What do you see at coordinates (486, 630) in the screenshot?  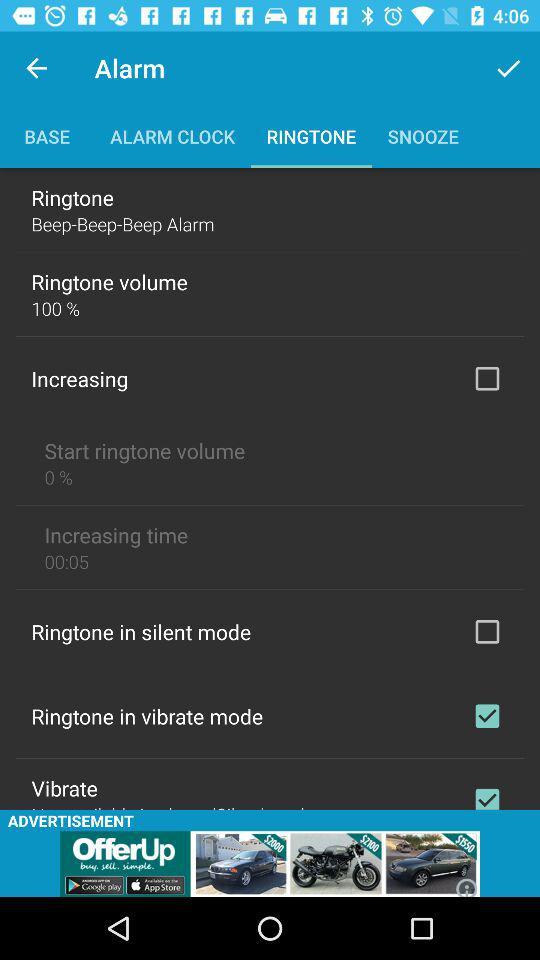 I see `ringtone in silent mode` at bounding box center [486, 630].